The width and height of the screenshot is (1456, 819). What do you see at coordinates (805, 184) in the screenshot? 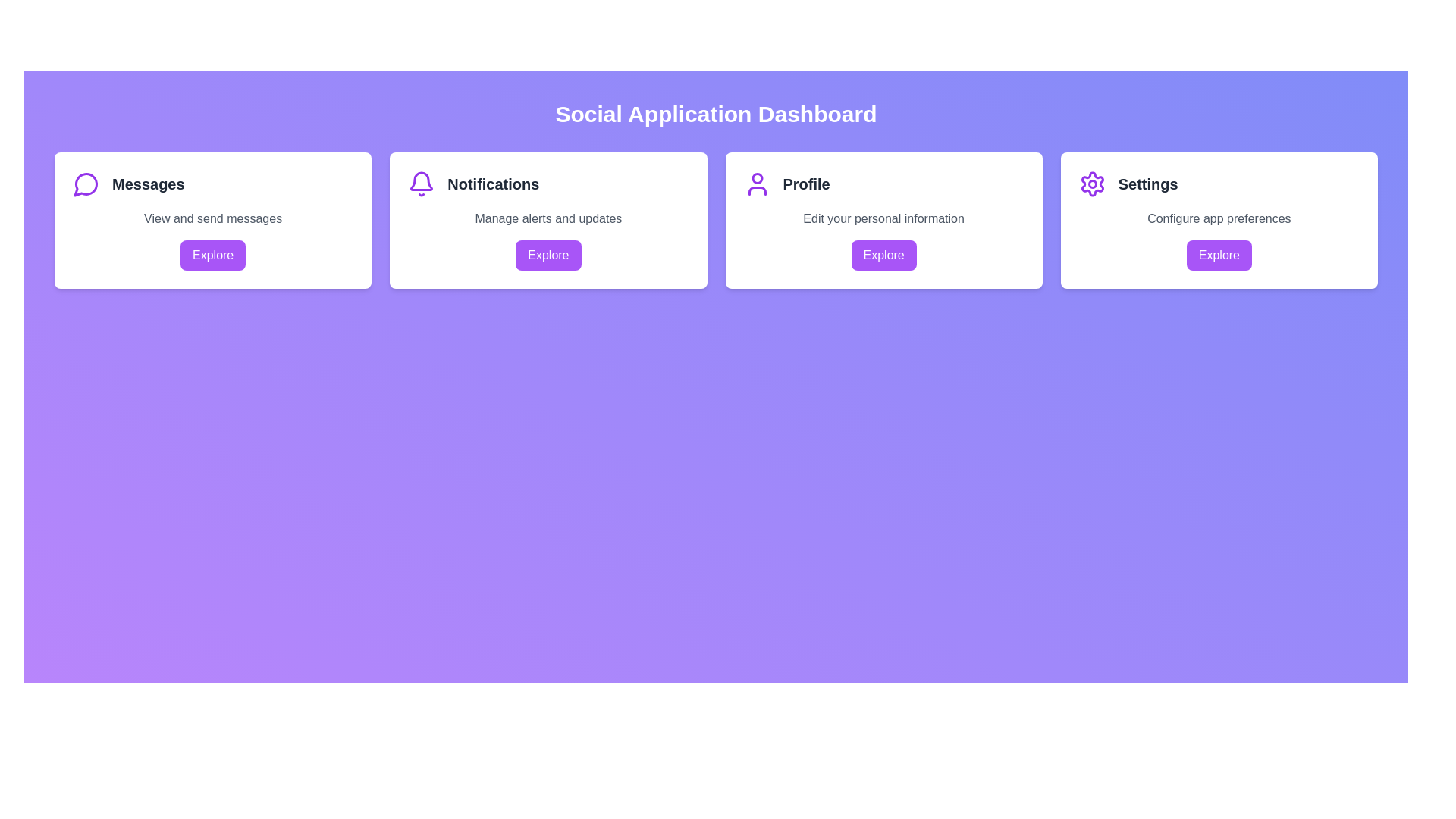
I see `text displayed in the title of the profile management card, which is located near the center of the card in the top row of the dashboard page, specifically the third card from the left` at bounding box center [805, 184].